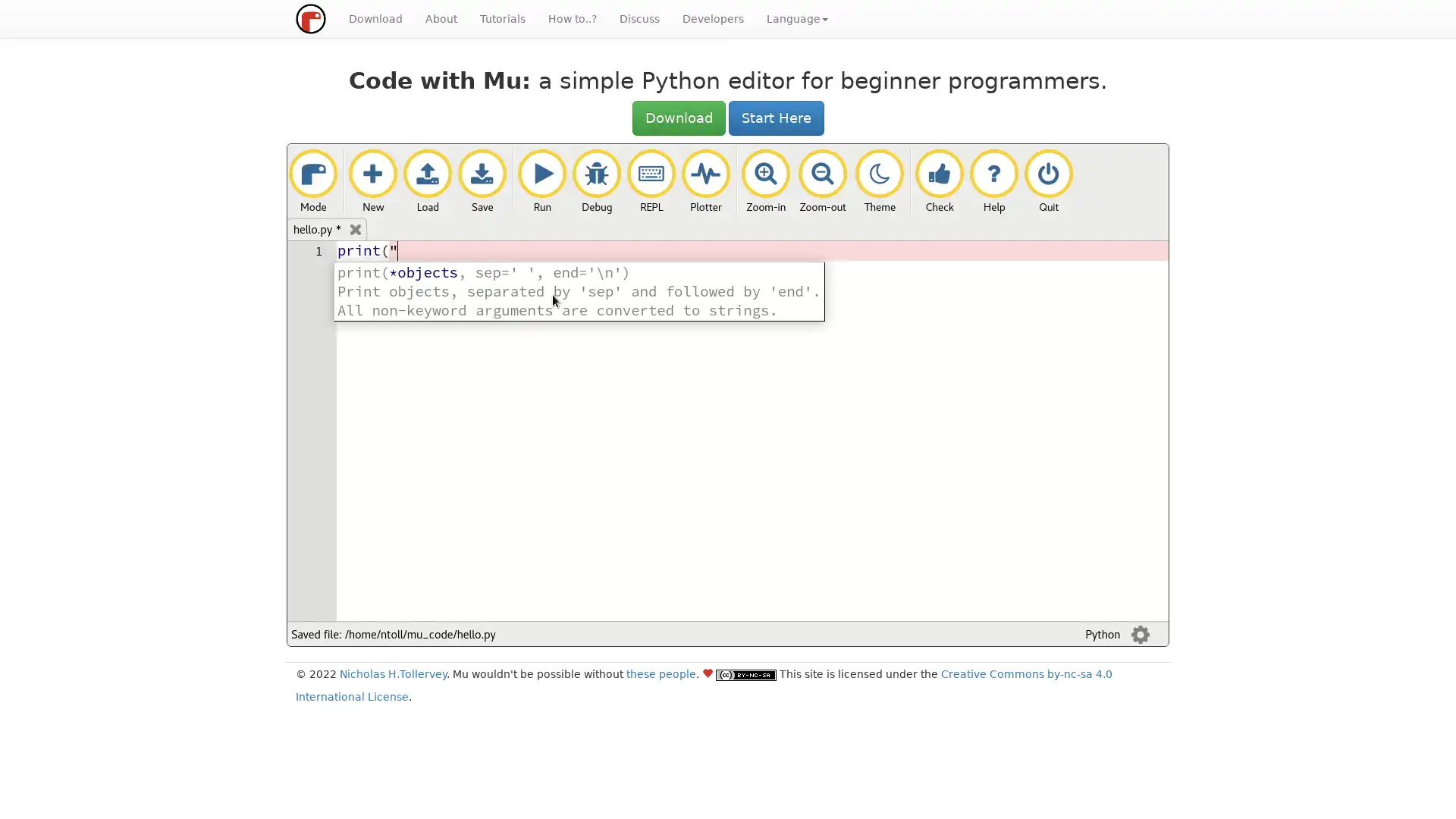 This screenshot has height=819, width=1456. Describe the element at coordinates (775, 117) in the screenshot. I see `Start Here` at that location.